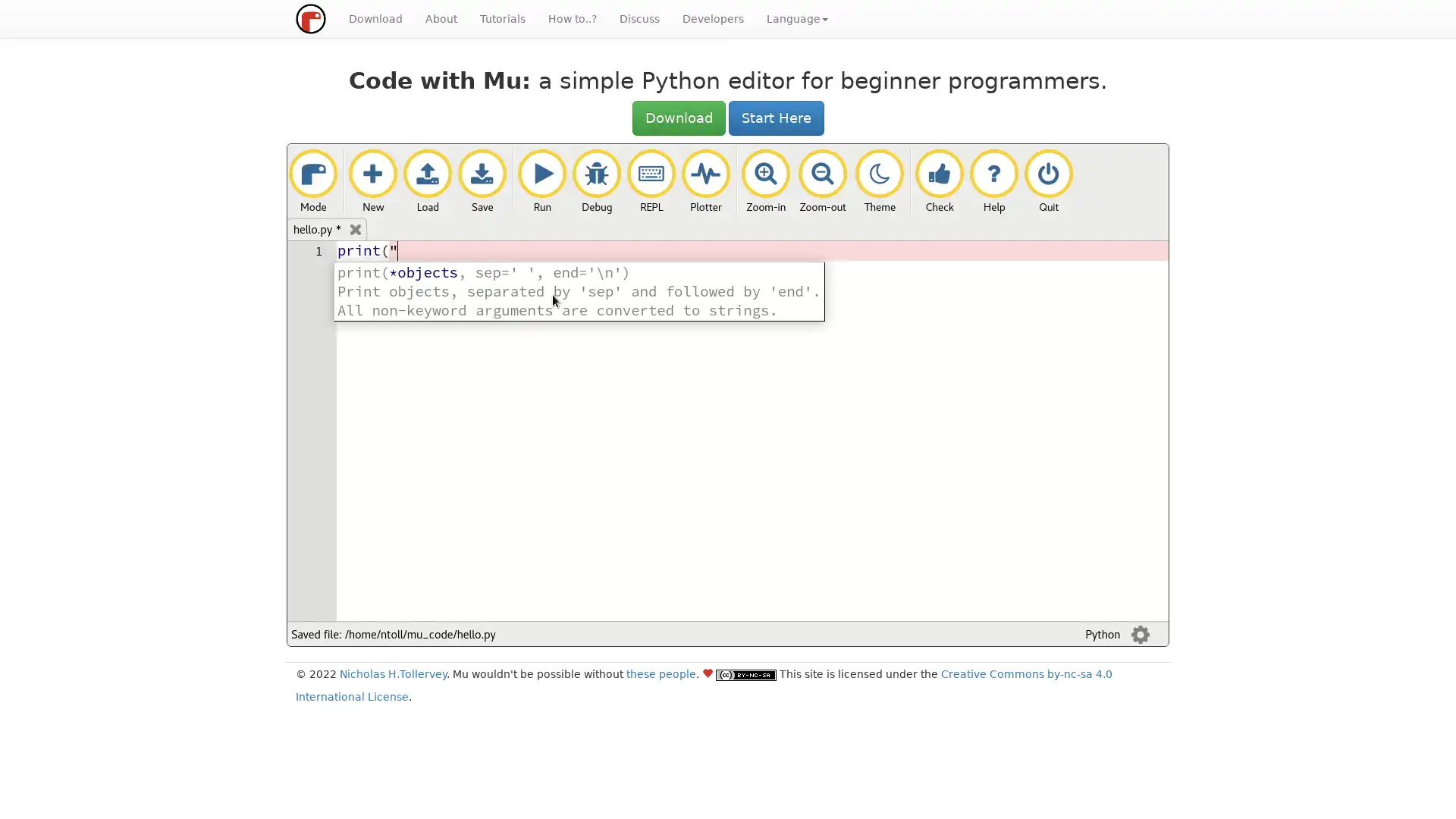 This screenshot has height=819, width=1456. Describe the element at coordinates (775, 117) in the screenshot. I see `Start Here` at that location.